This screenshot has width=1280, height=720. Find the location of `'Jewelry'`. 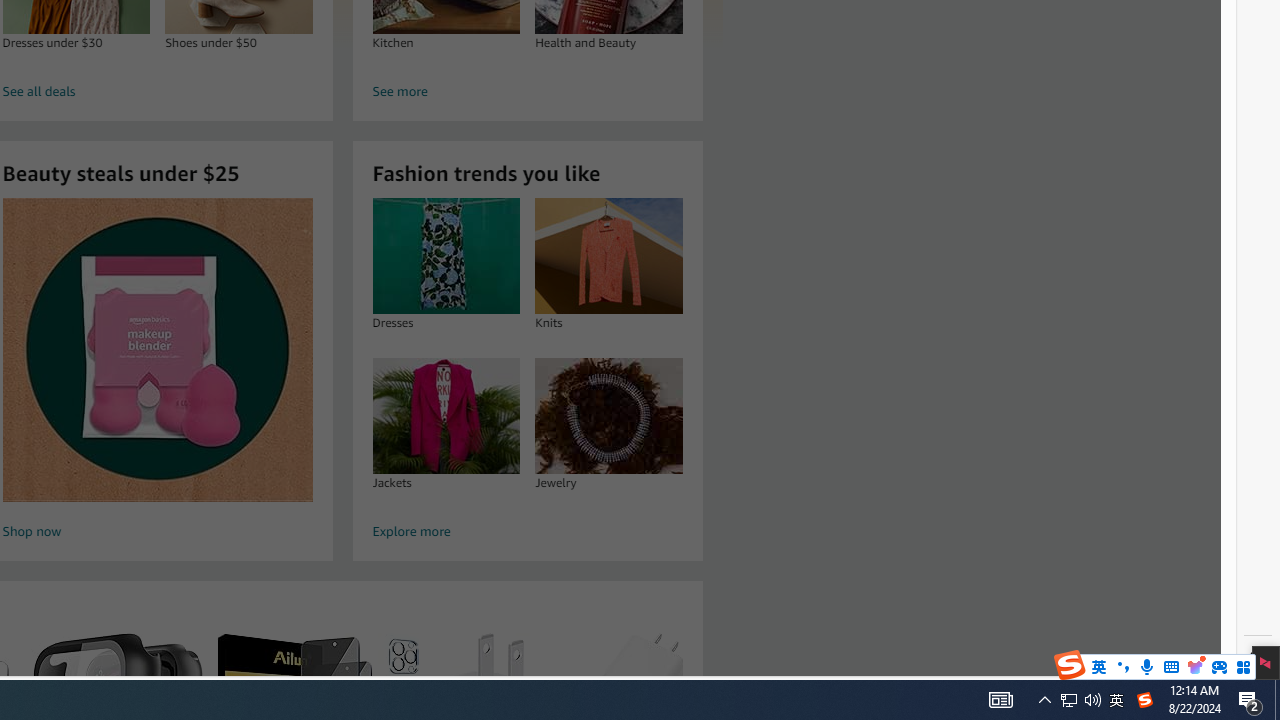

'Jewelry' is located at coordinates (607, 414).